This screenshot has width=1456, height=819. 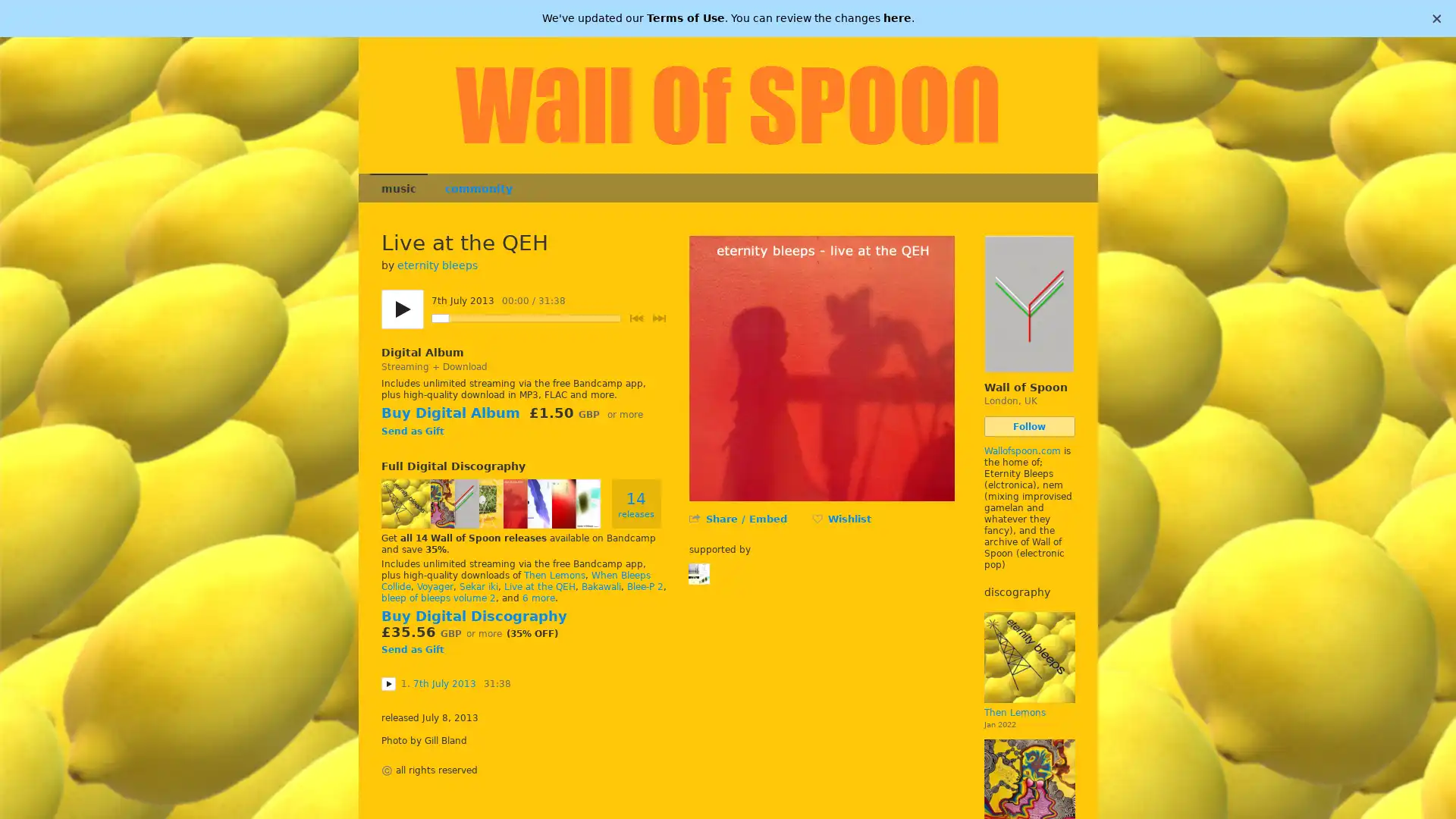 What do you see at coordinates (1029, 426) in the screenshot?
I see `Follow` at bounding box center [1029, 426].